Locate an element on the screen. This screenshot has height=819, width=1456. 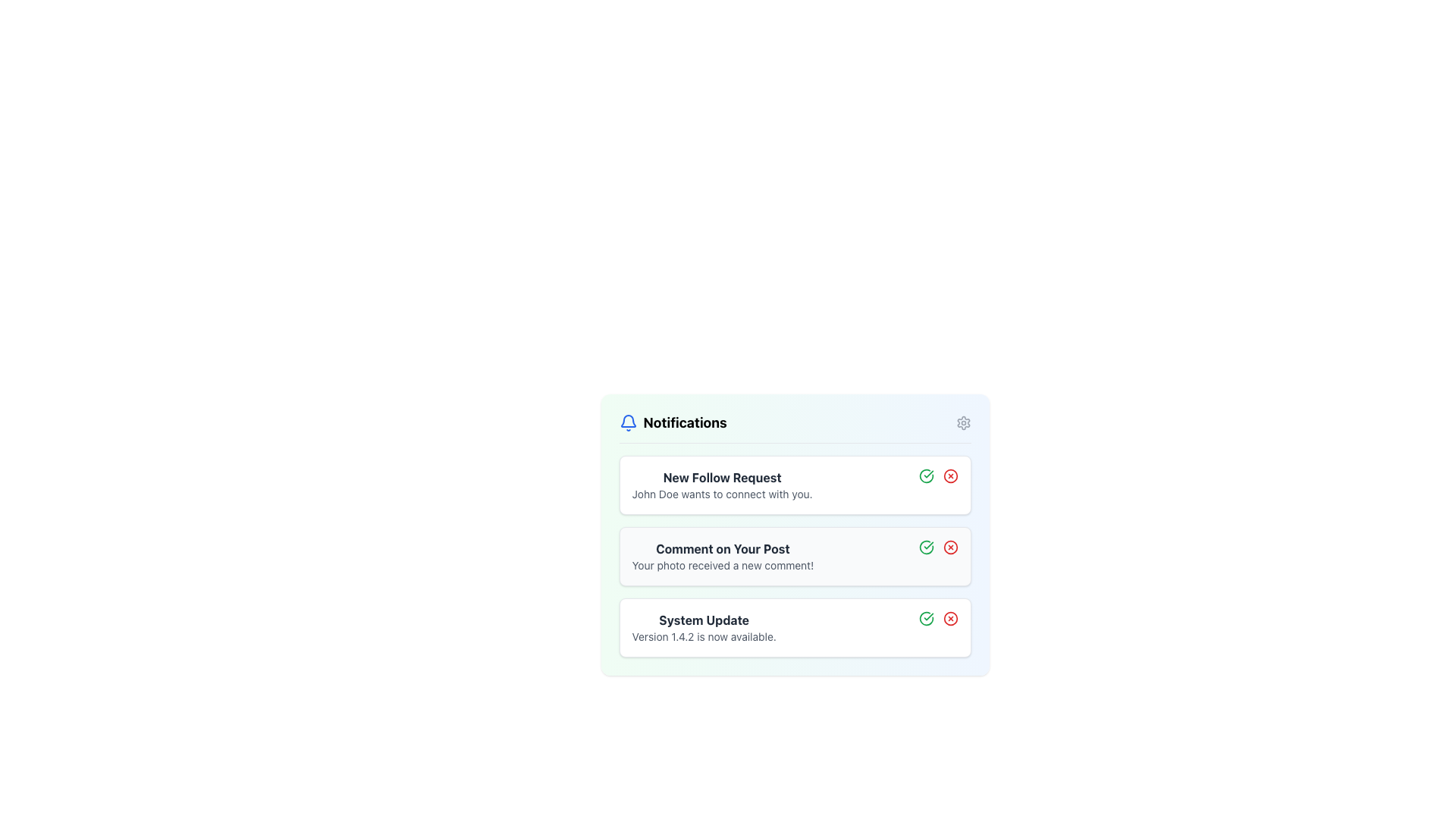
the Informational Text Block displaying 'System Update Version 1.4.2 is now available.' to focus on it is located at coordinates (703, 628).